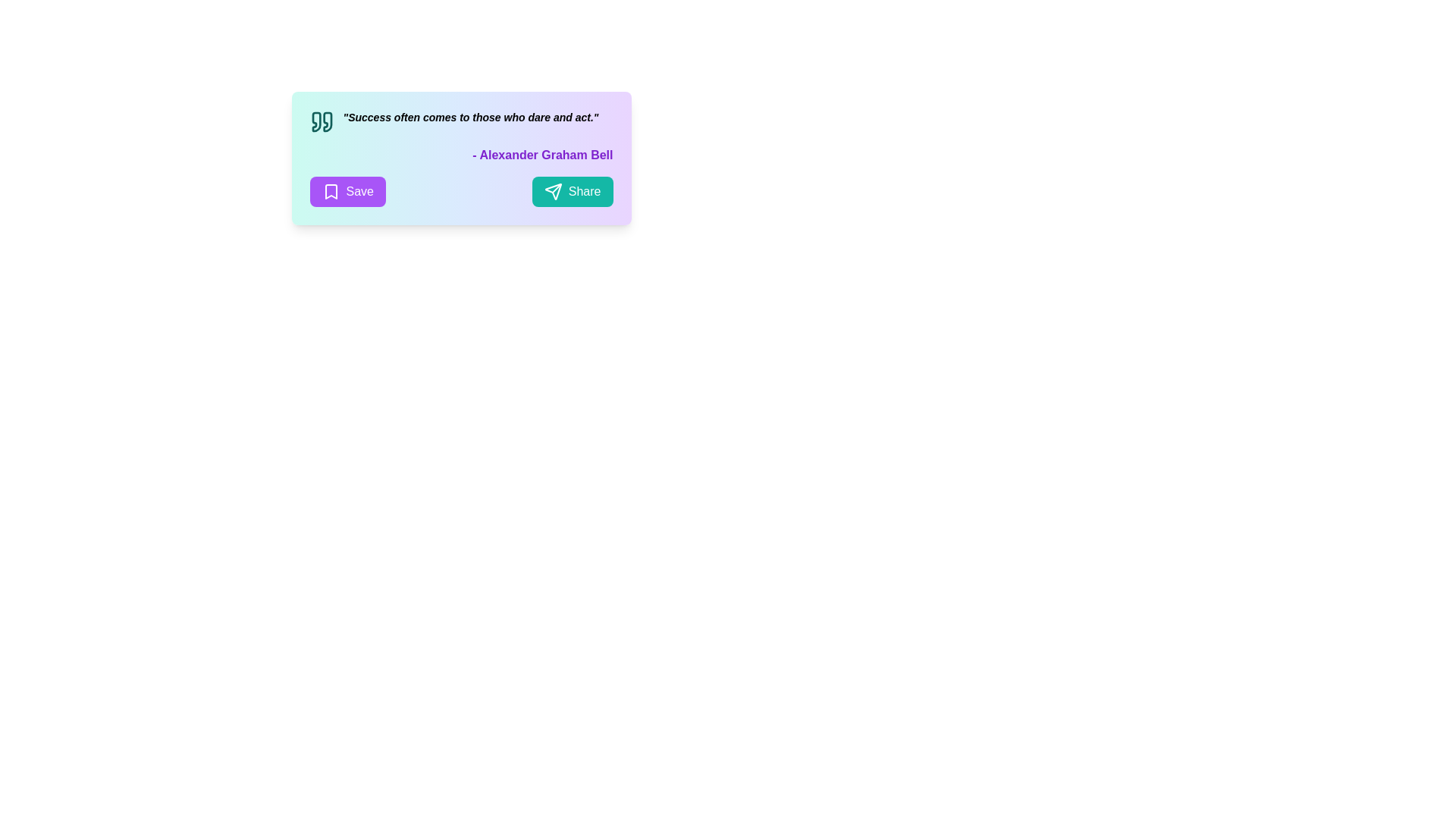 This screenshot has height=819, width=1456. Describe the element at coordinates (326, 121) in the screenshot. I see `the teal-colored SVG icon resembling a quotation mark, which is the right icon in a set of two, located to the left of the text 'Success often comes to those who dare and act.'` at that location.